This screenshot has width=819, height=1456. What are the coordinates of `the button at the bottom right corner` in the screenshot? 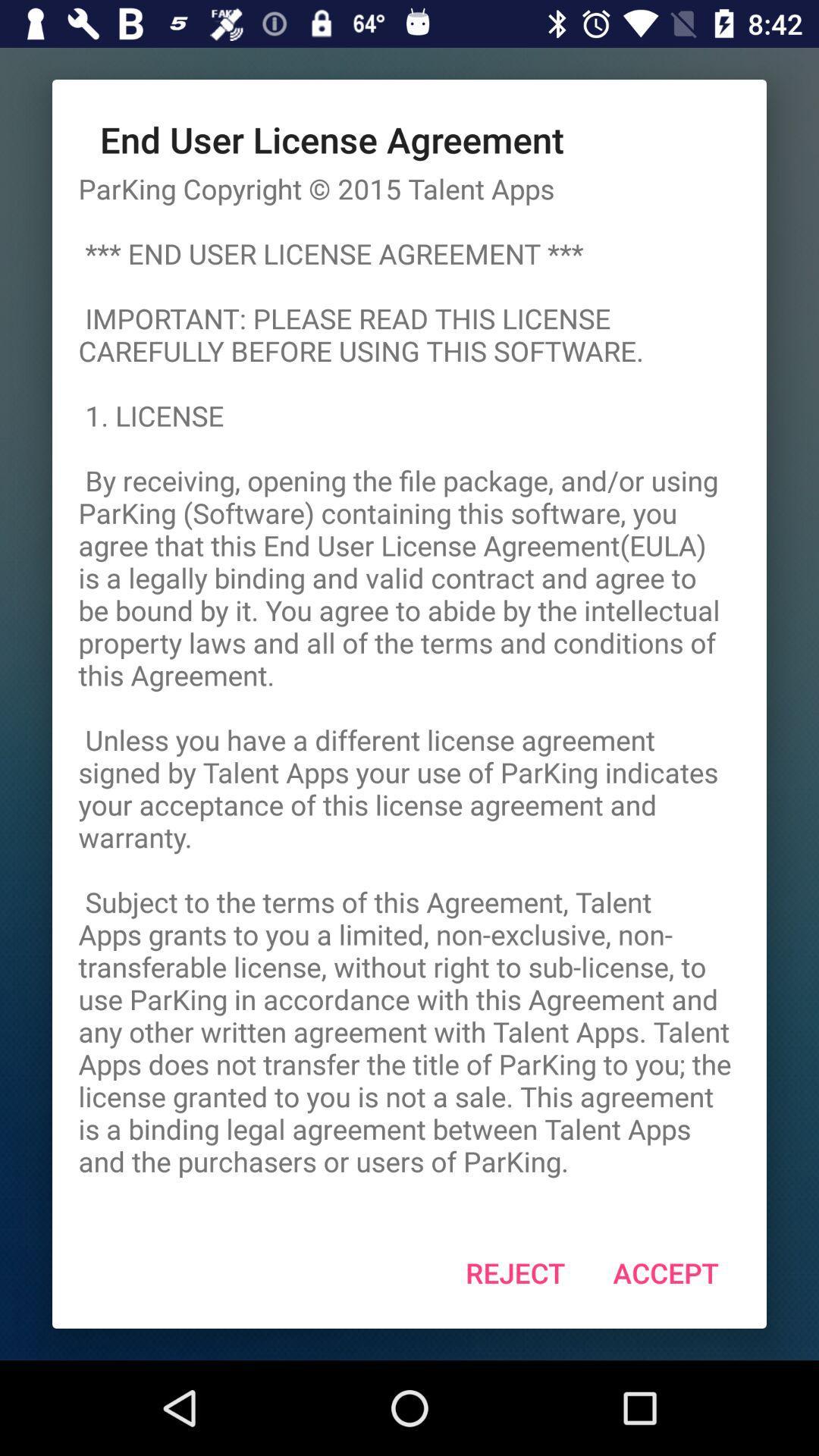 It's located at (665, 1272).